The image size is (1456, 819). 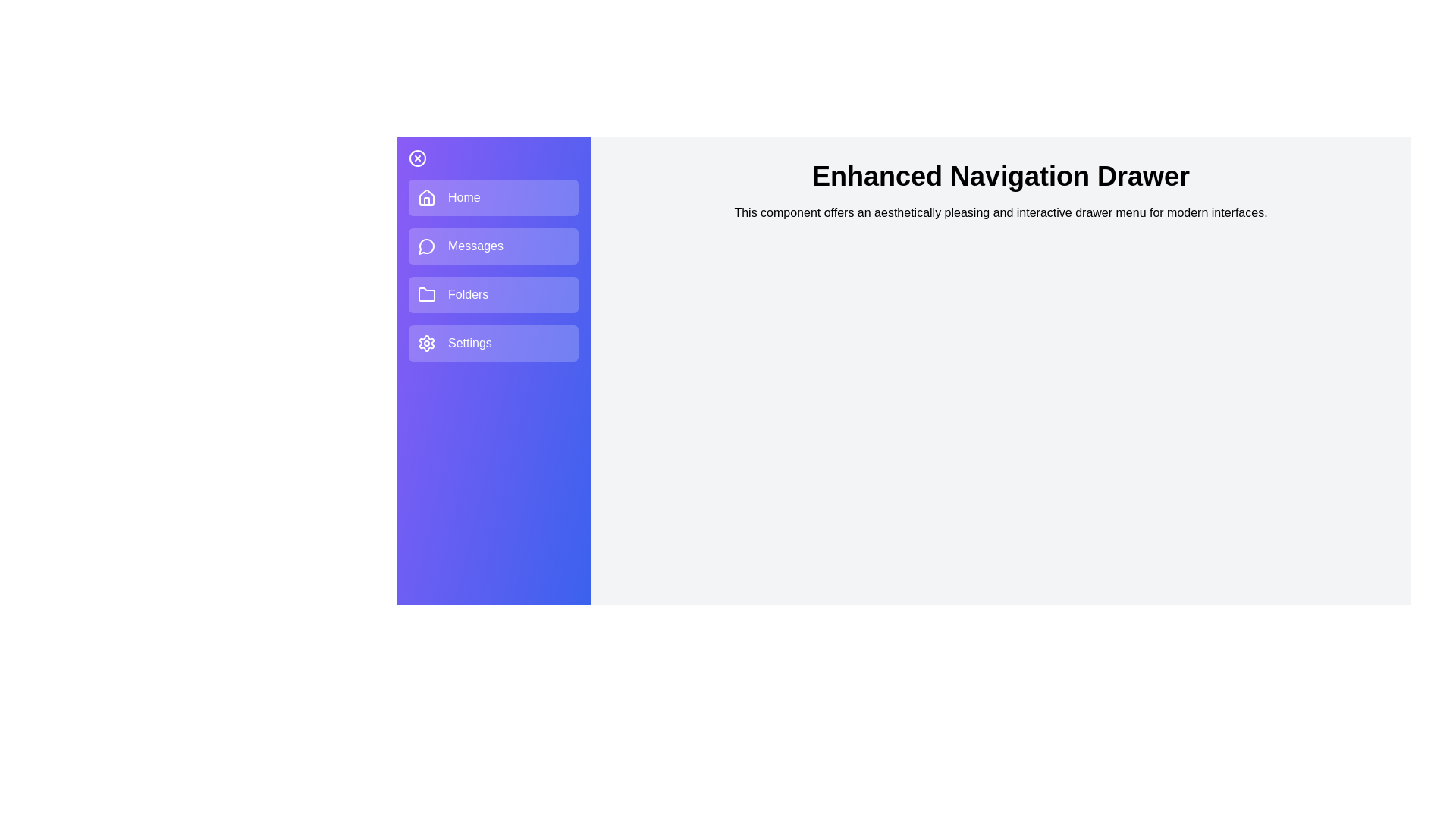 What do you see at coordinates (418, 158) in the screenshot?
I see `toggle button at the top-left corner of the navigation drawer to toggle its state` at bounding box center [418, 158].